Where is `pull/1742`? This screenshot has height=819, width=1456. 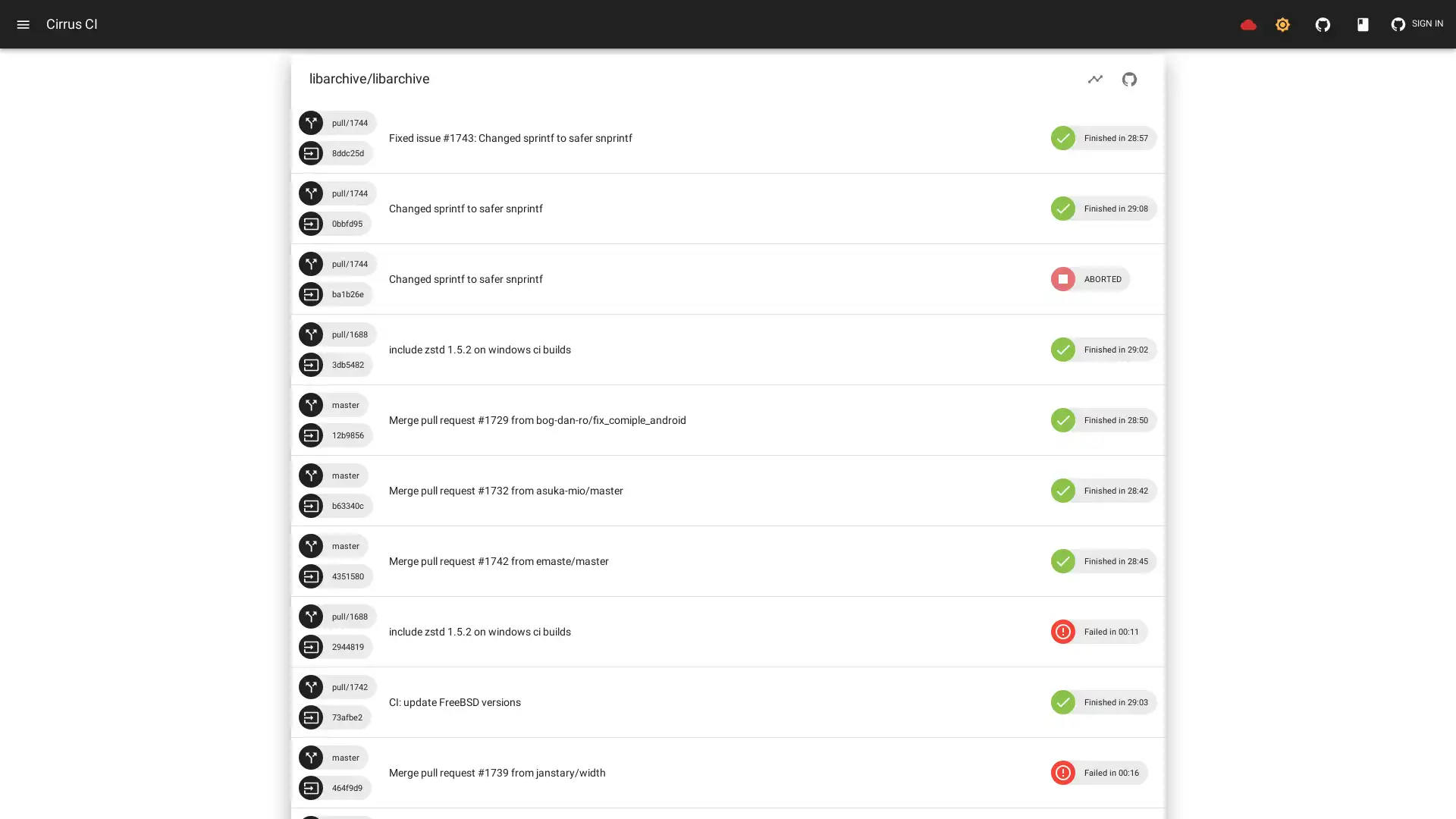 pull/1742 is located at coordinates (337, 687).